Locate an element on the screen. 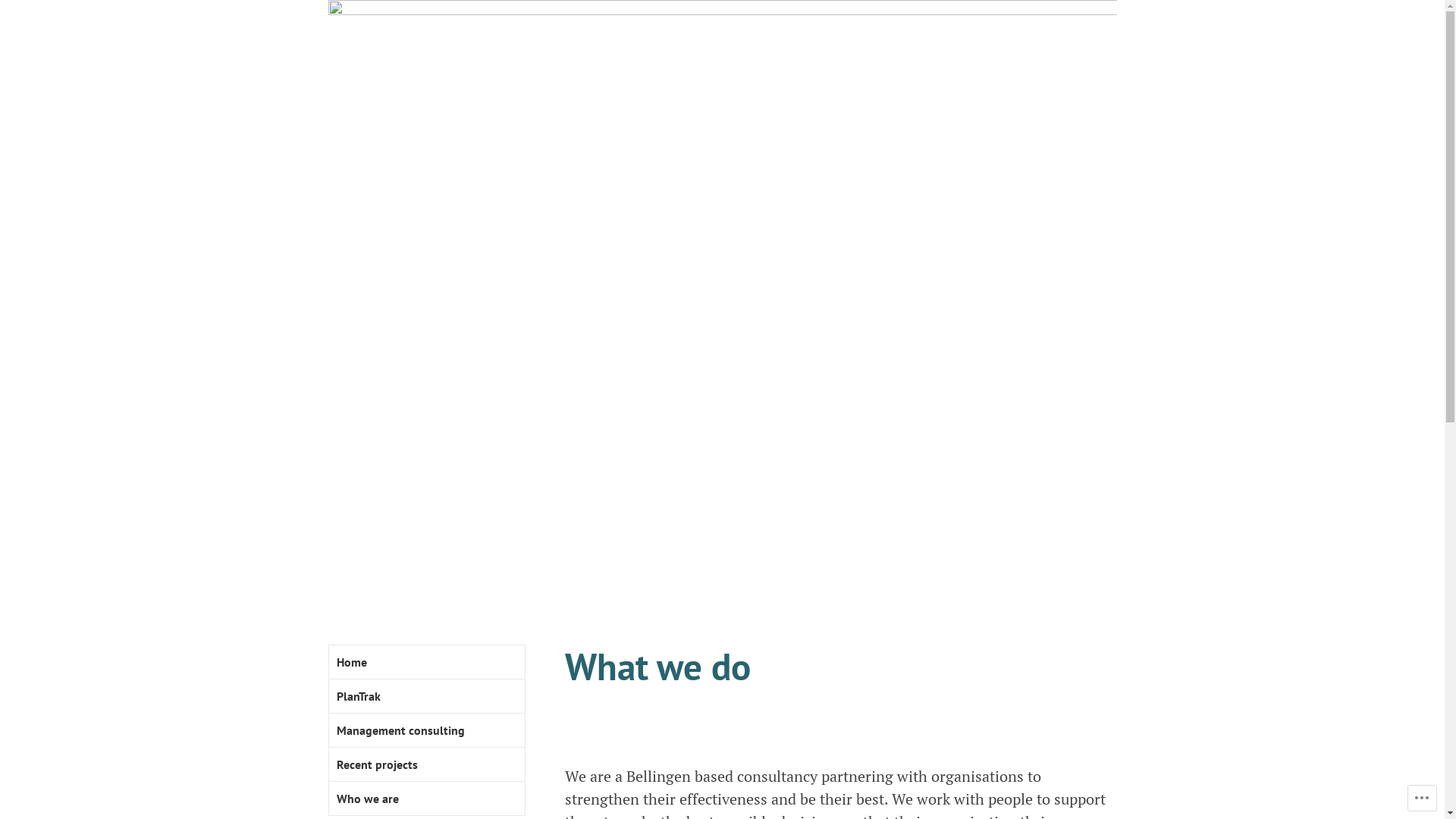 The height and width of the screenshot is (819, 1456). 'PlanTrak' is located at coordinates (425, 696).